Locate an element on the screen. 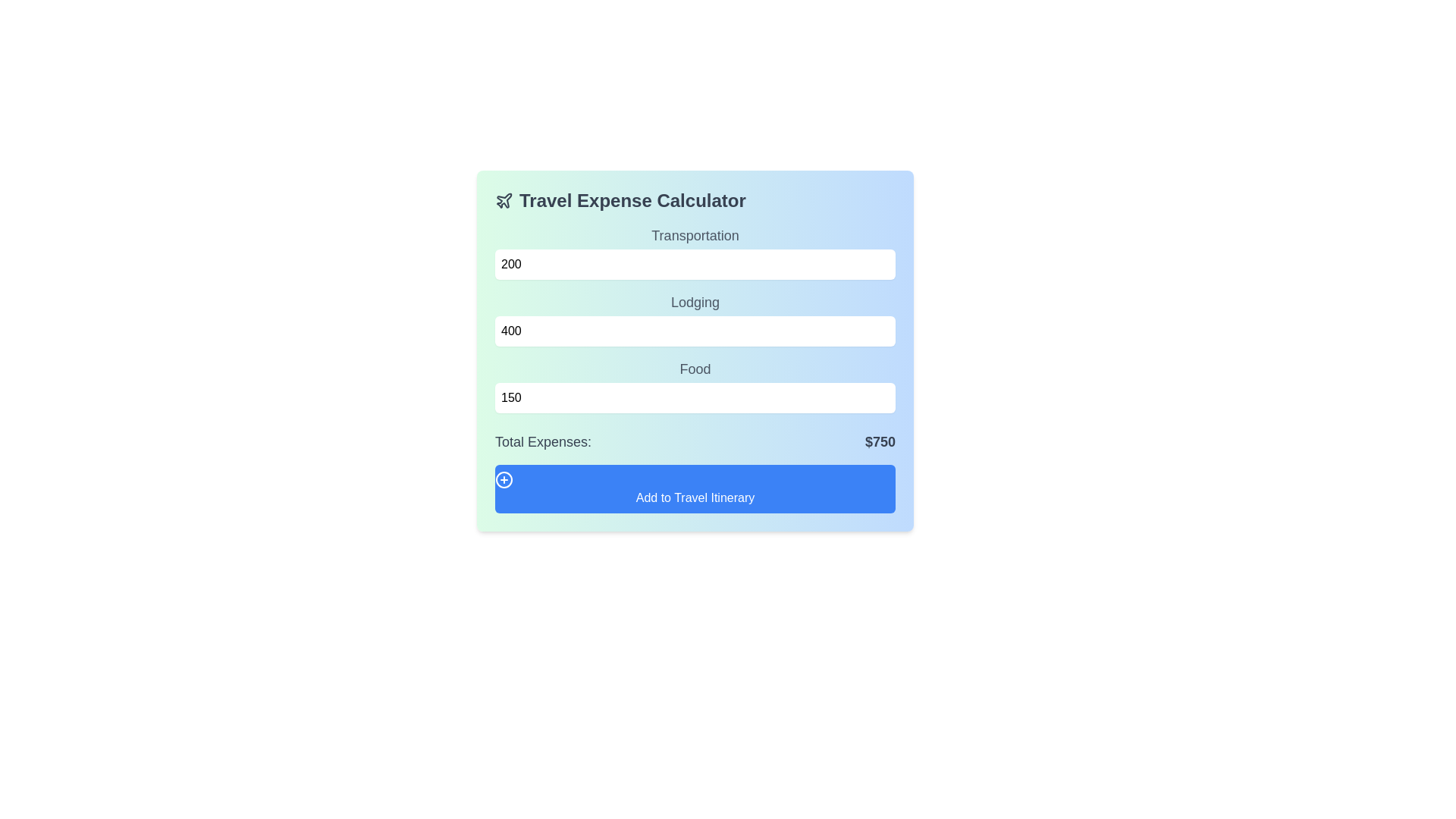  the circular SVG graphic element with a blue background and white borders, which is part of an icon resembling a plus, located near the bottom-left corner of the content area, next to the 'Add to Travel Itinerary' button is located at coordinates (504, 479).